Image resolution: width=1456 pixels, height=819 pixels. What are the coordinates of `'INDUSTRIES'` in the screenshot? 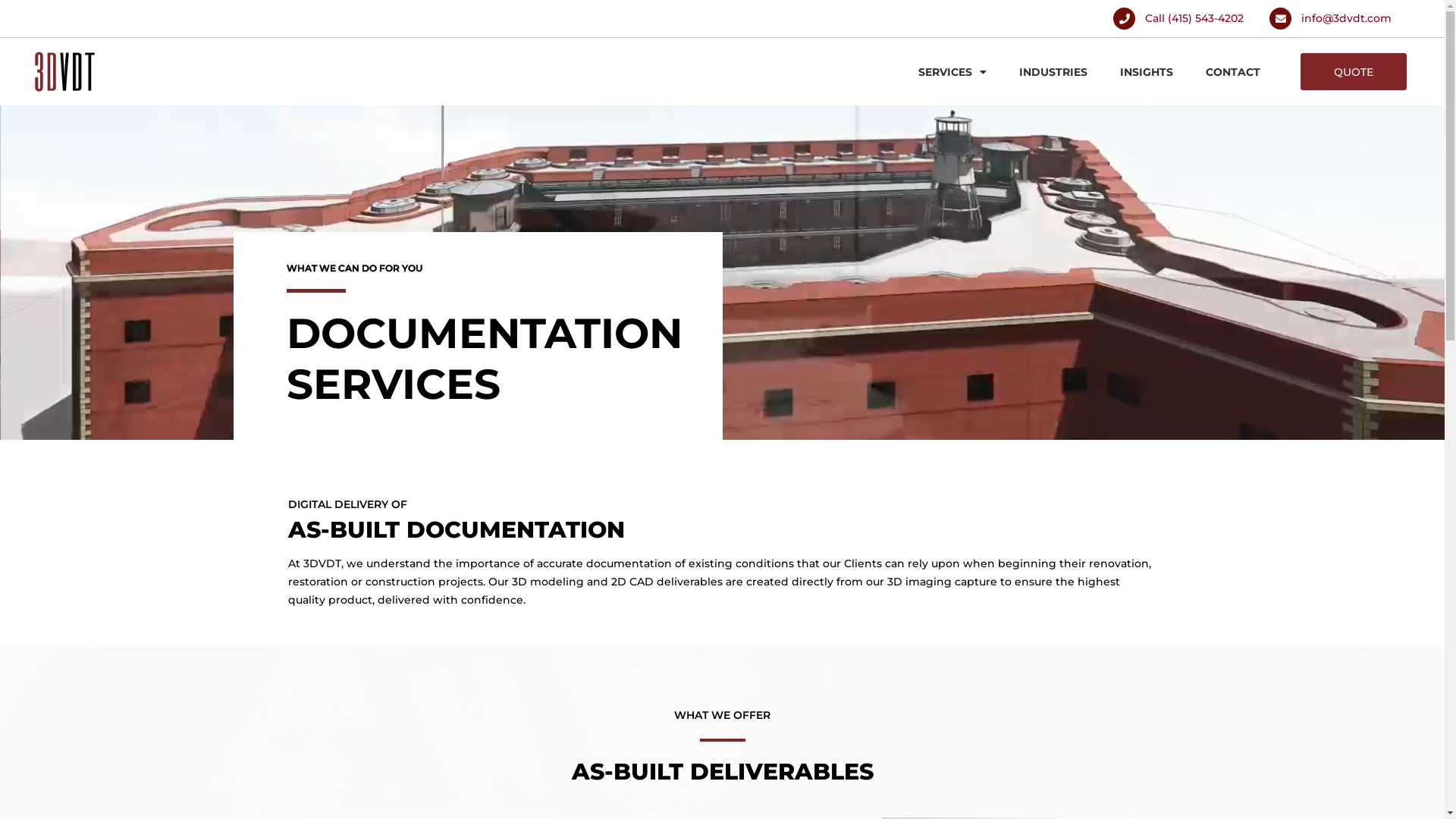 It's located at (1009, 72).